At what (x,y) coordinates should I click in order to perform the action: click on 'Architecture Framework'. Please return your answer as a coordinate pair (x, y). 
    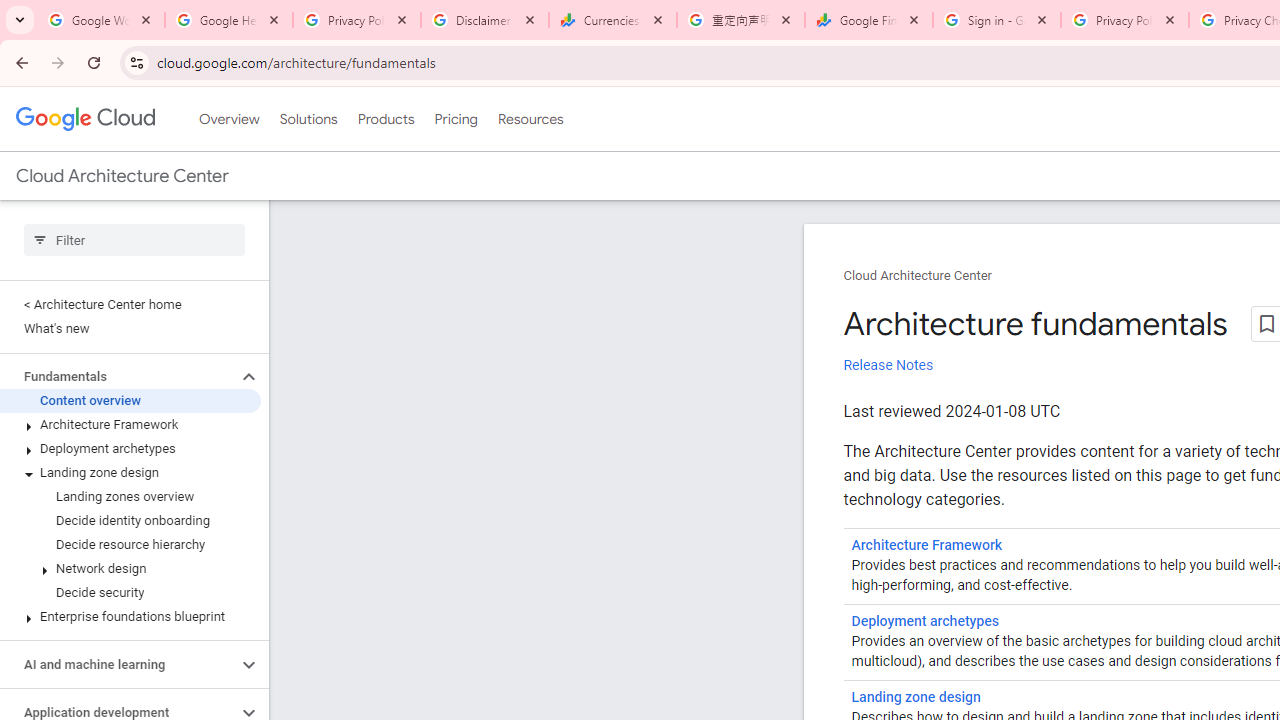
    Looking at the image, I should click on (926, 545).